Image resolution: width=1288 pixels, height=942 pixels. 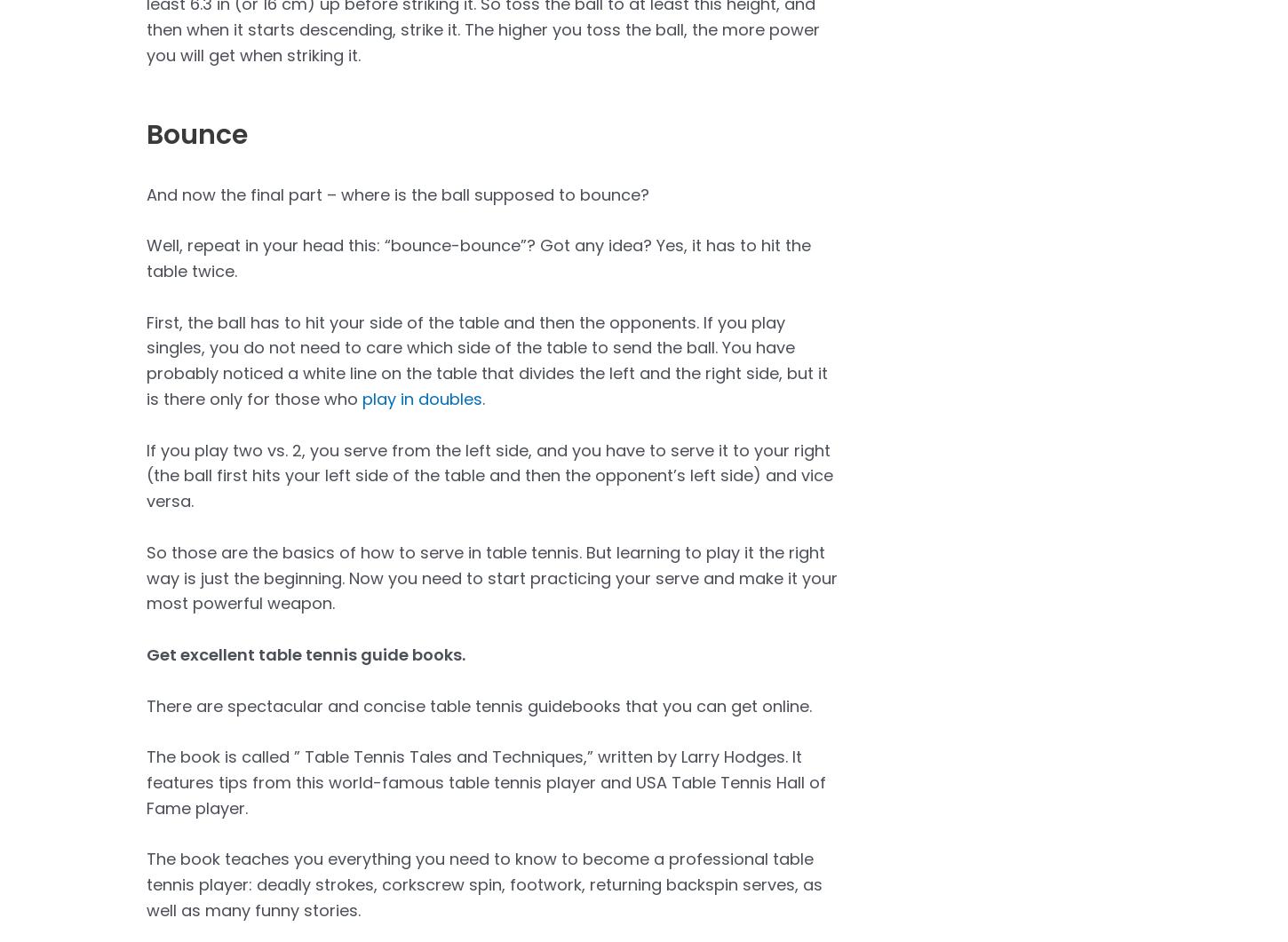 What do you see at coordinates (482, 399) in the screenshot?
I see `'.'` at bounding box center [482, 399].